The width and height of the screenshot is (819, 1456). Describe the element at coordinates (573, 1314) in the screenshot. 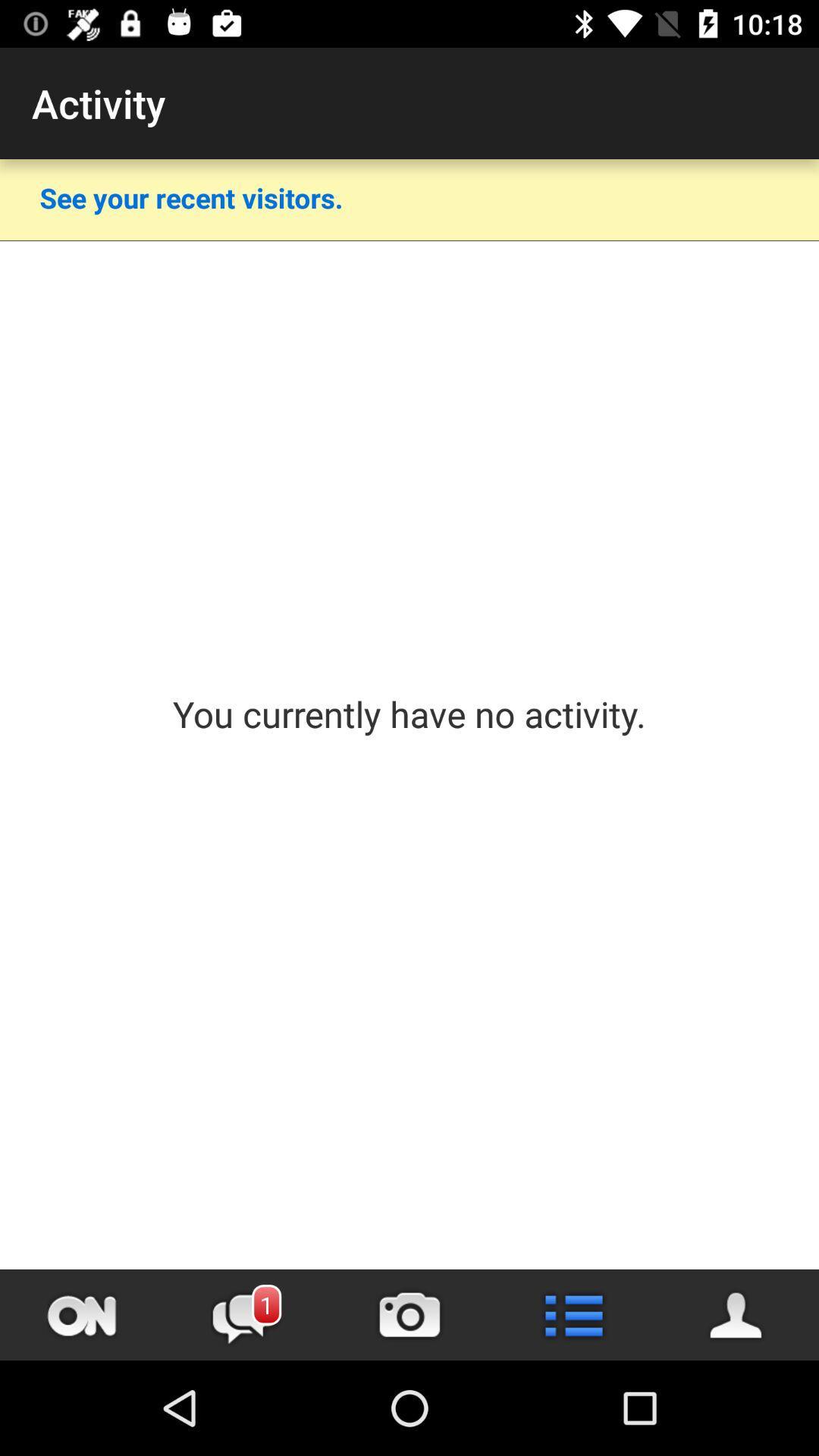

I see `list button` at that location.